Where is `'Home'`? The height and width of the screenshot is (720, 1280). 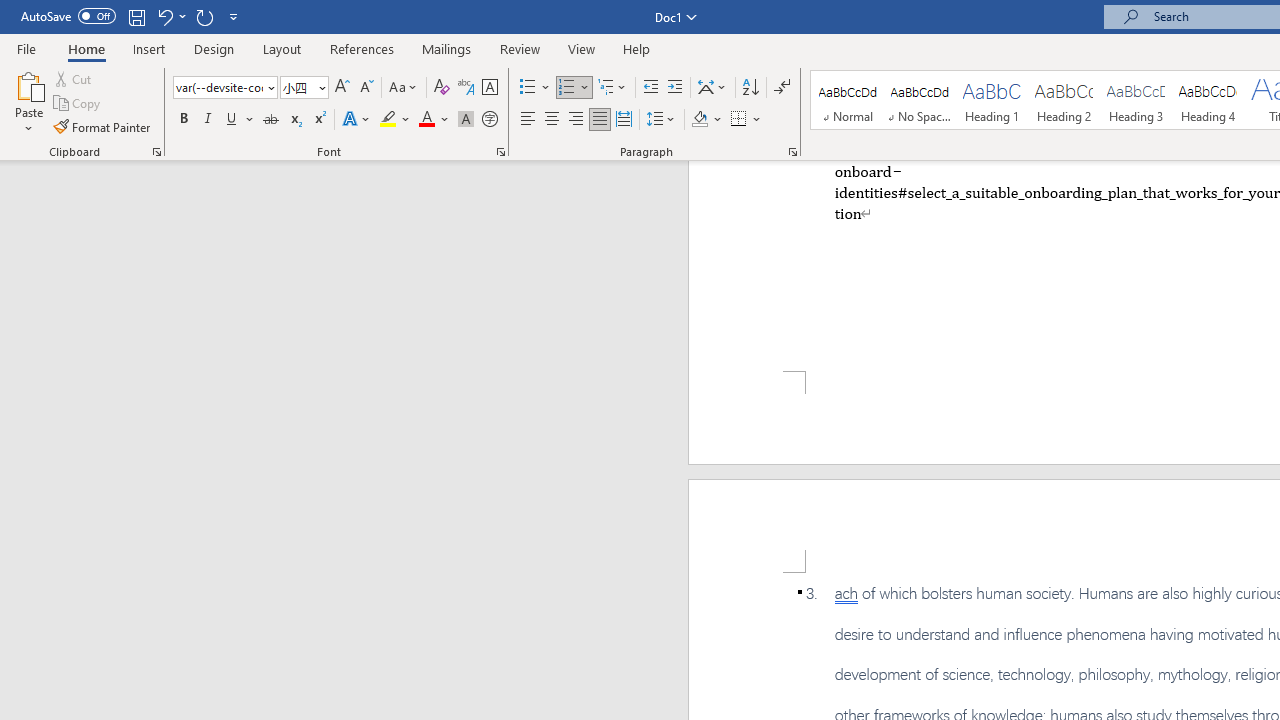
'Home' is located at coordinates (85, 48).